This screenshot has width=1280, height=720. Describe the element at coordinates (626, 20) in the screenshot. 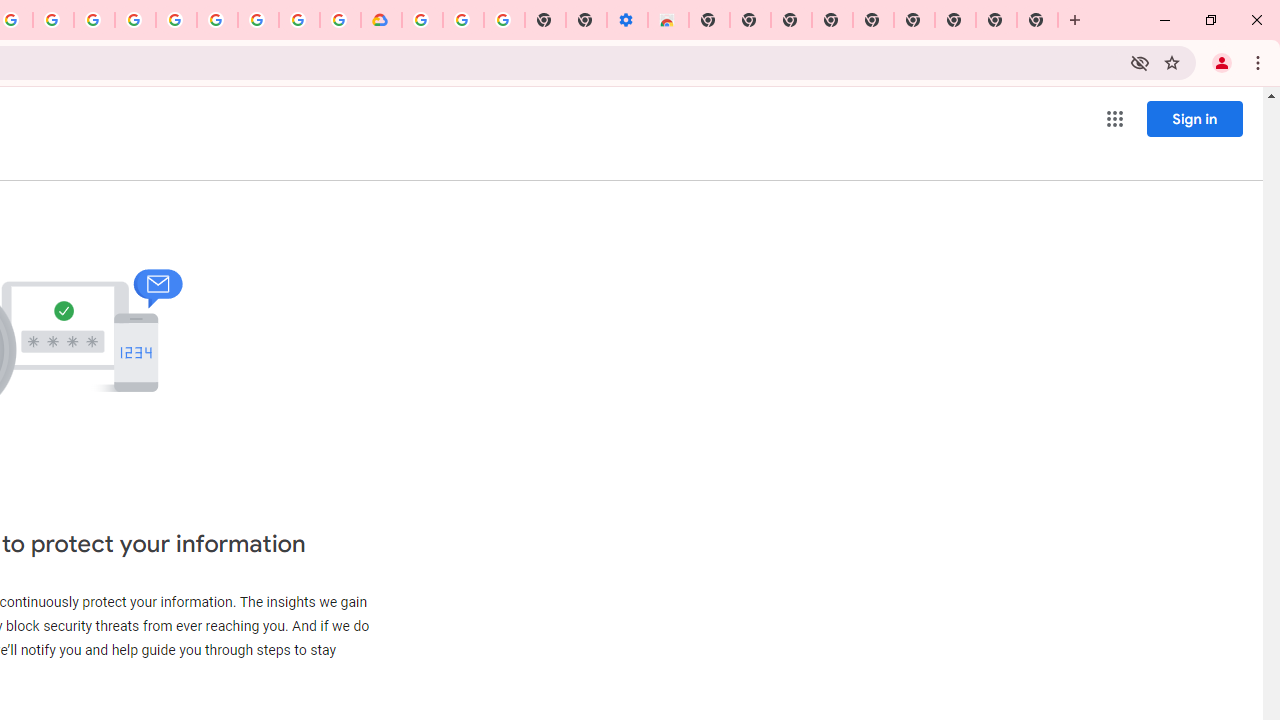

I see `'Settings - Accessibility'` at that location.